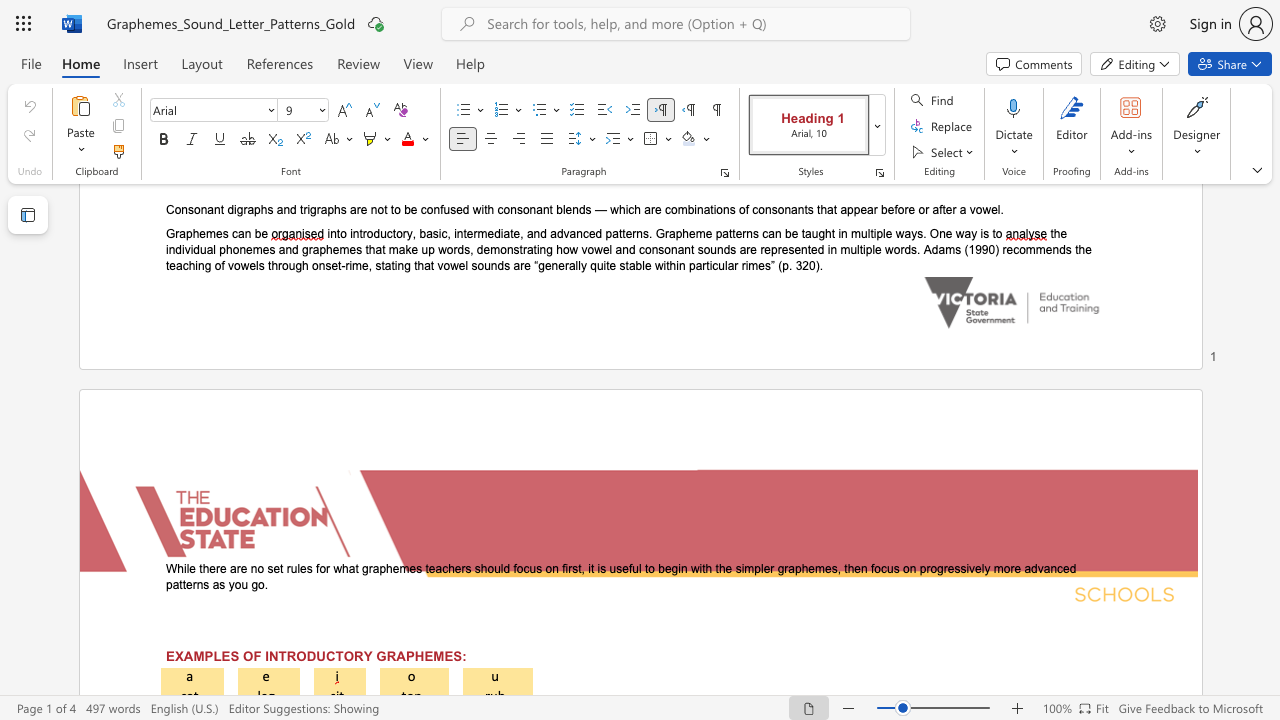  What do you see at coordinates (413, 656) in the screenshot?
I see `the subset text "HEMES:" within the text "EXAMPLES OF INTRODUCTORY GRAPHEMES:"` at bounding box center [413, 656].